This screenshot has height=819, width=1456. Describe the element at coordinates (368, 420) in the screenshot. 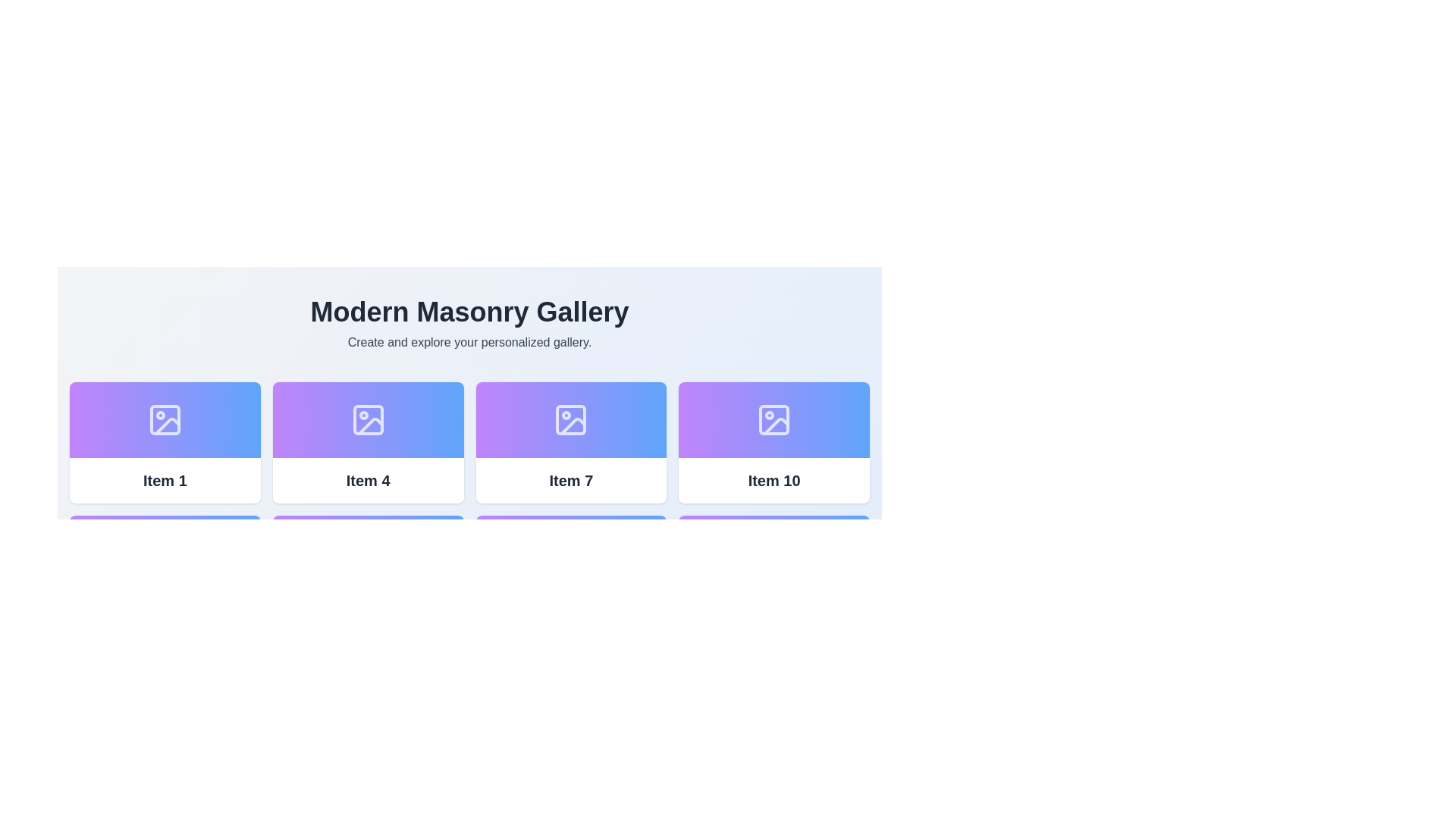

I see `the central icon within the gradient background box that serves as a visual placeholder for graphical content` at that location.